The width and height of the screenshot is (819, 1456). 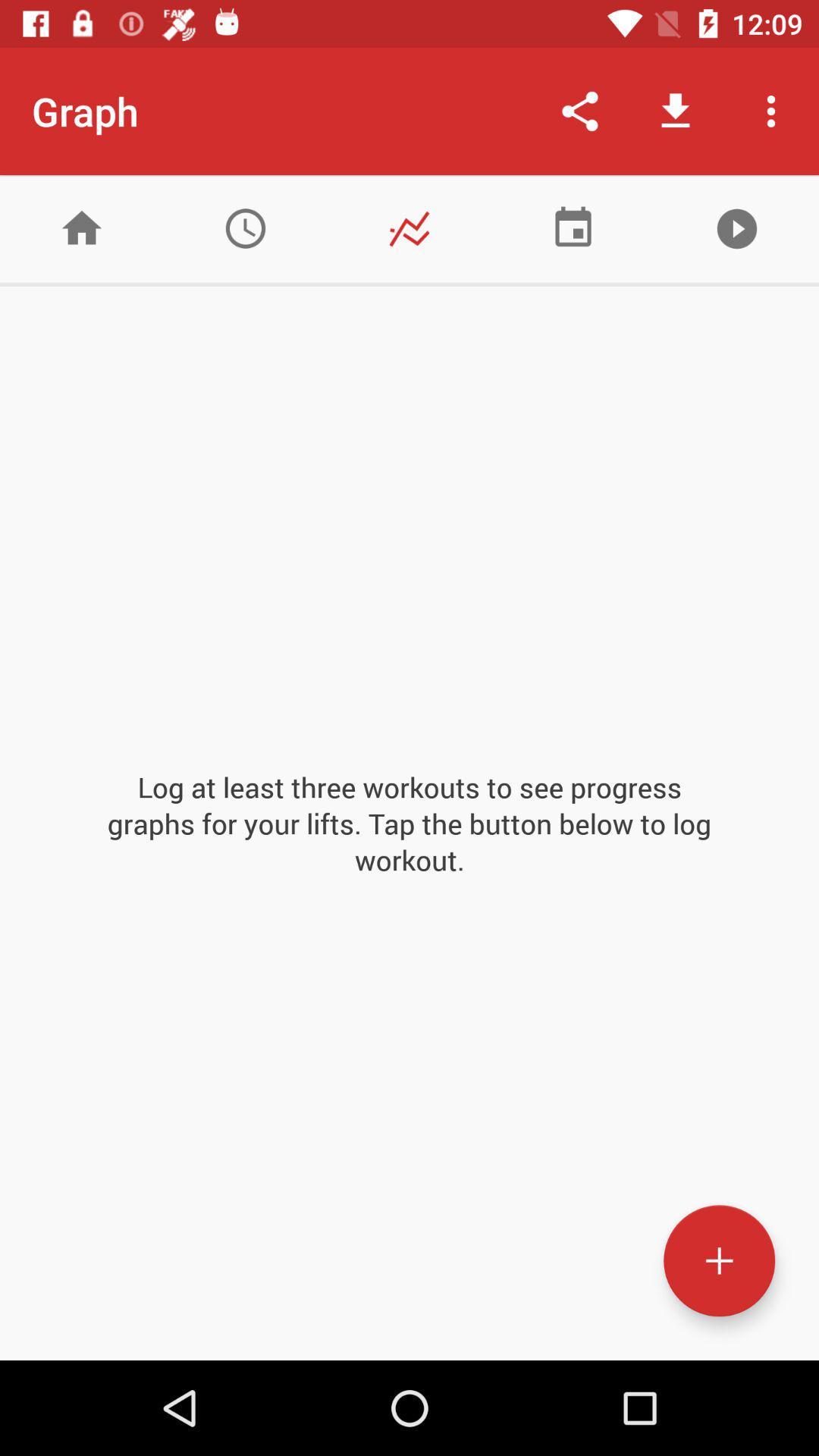 What do you see at coordinates (718, 1260) in the screenshot?
I see `workout progress` at bounding box center [718, 1260].